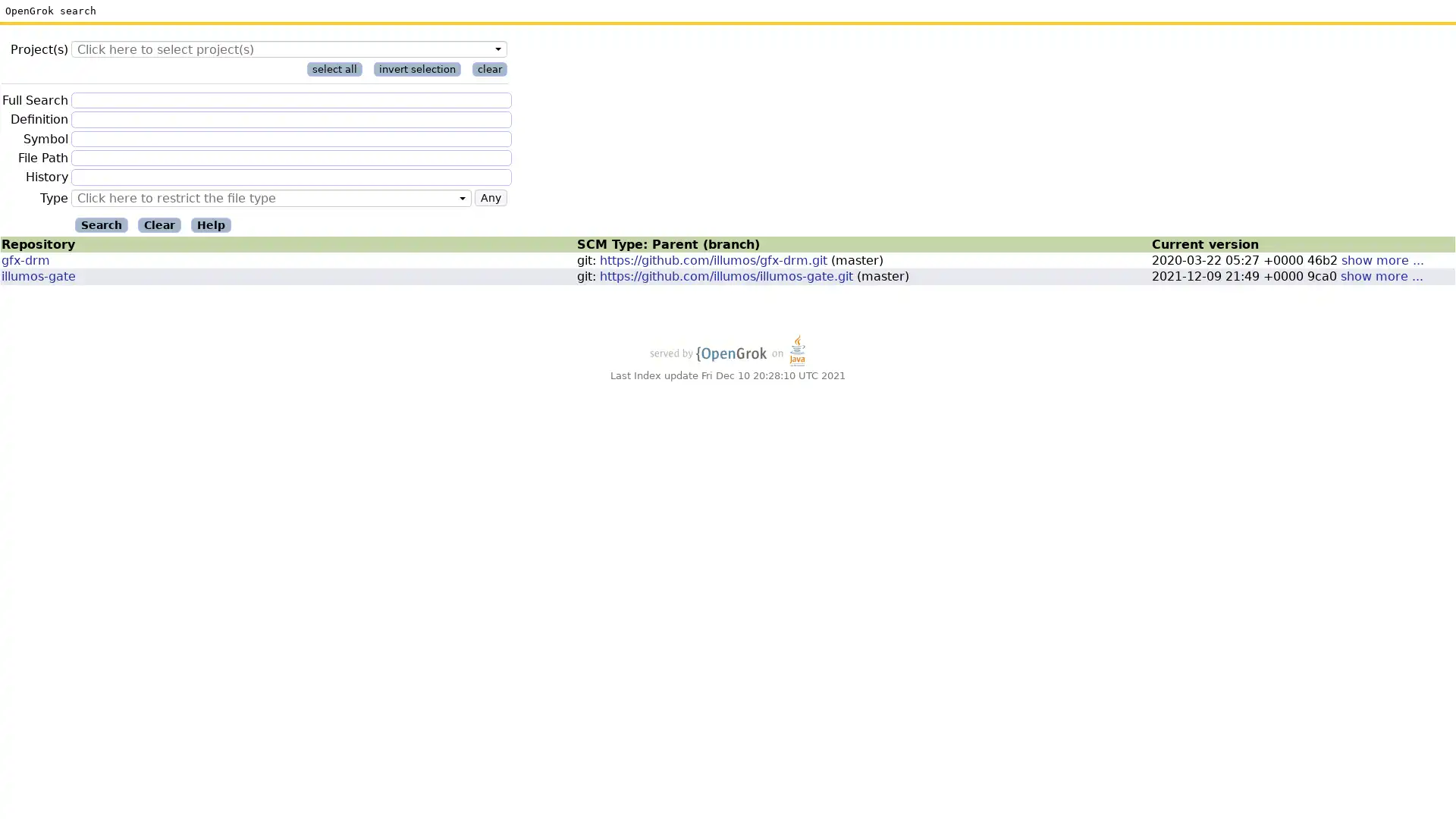 The image size is (1456, 819). Describe the element at coordinates (334, 69) in the screenshot. I see `select all` at that location.